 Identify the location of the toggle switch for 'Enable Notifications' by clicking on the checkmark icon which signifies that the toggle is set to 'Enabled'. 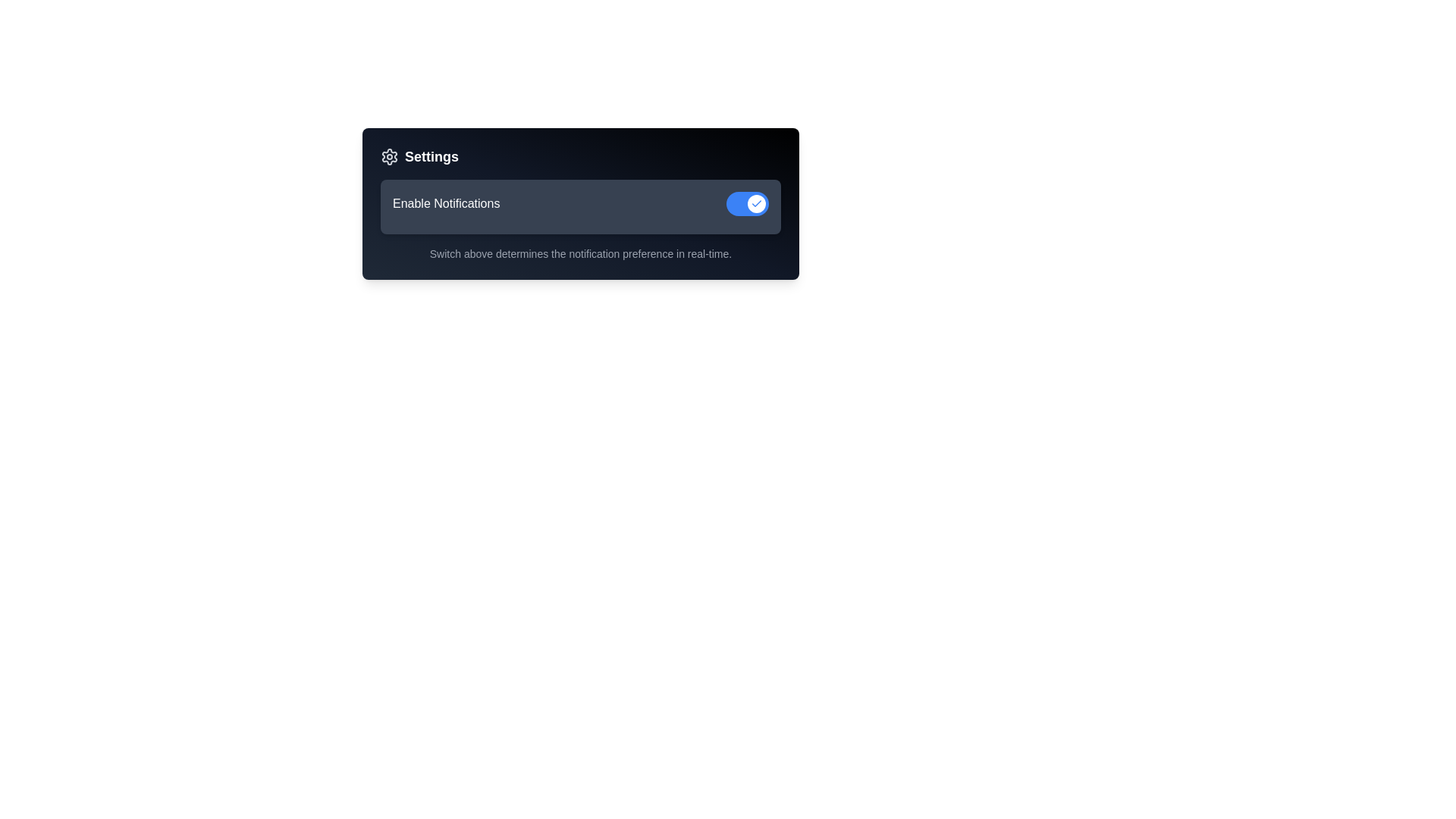
(757, 203).